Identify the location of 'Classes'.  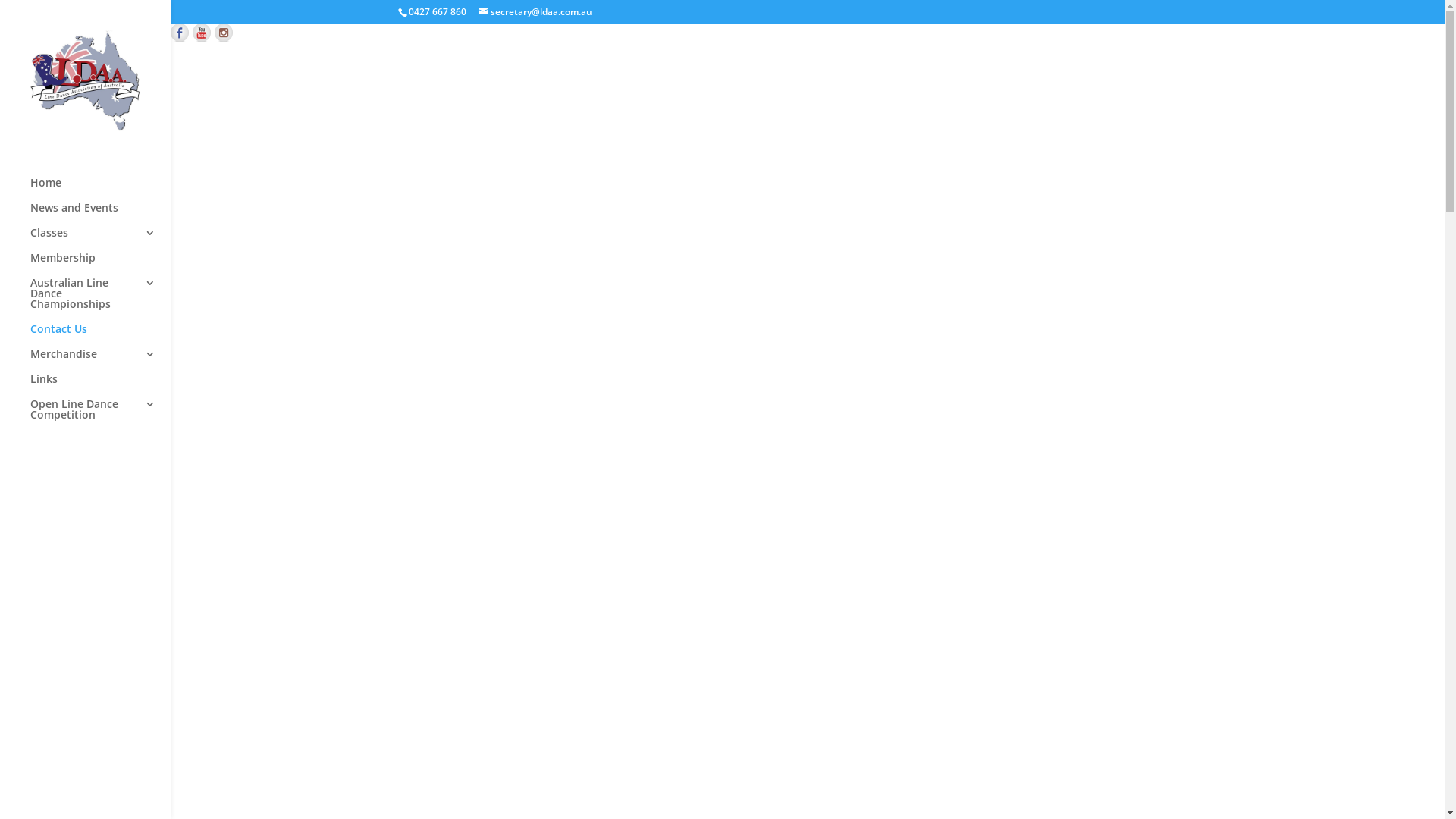
(30, 239).